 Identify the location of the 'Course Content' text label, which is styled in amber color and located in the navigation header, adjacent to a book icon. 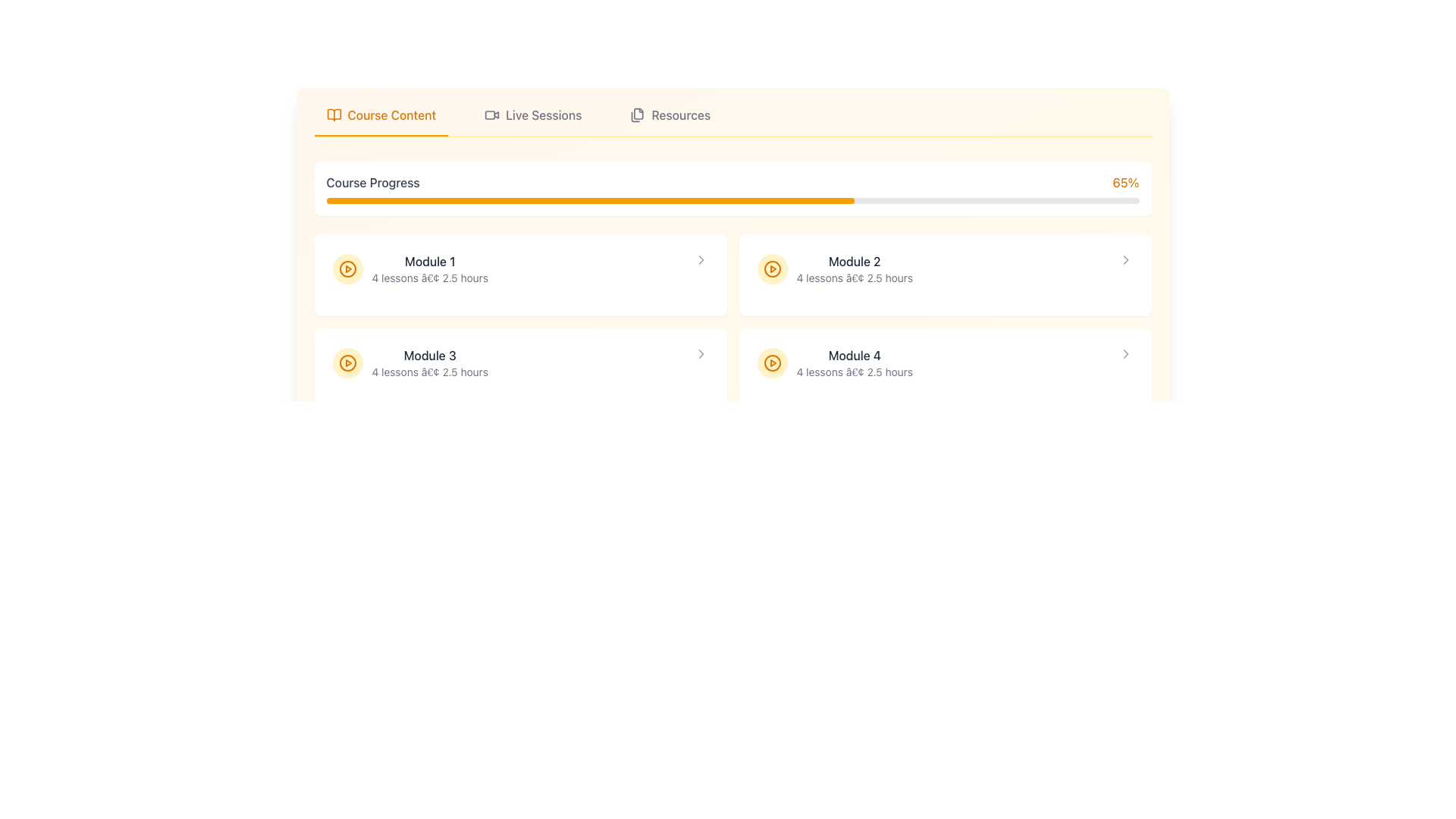
(391, 114).